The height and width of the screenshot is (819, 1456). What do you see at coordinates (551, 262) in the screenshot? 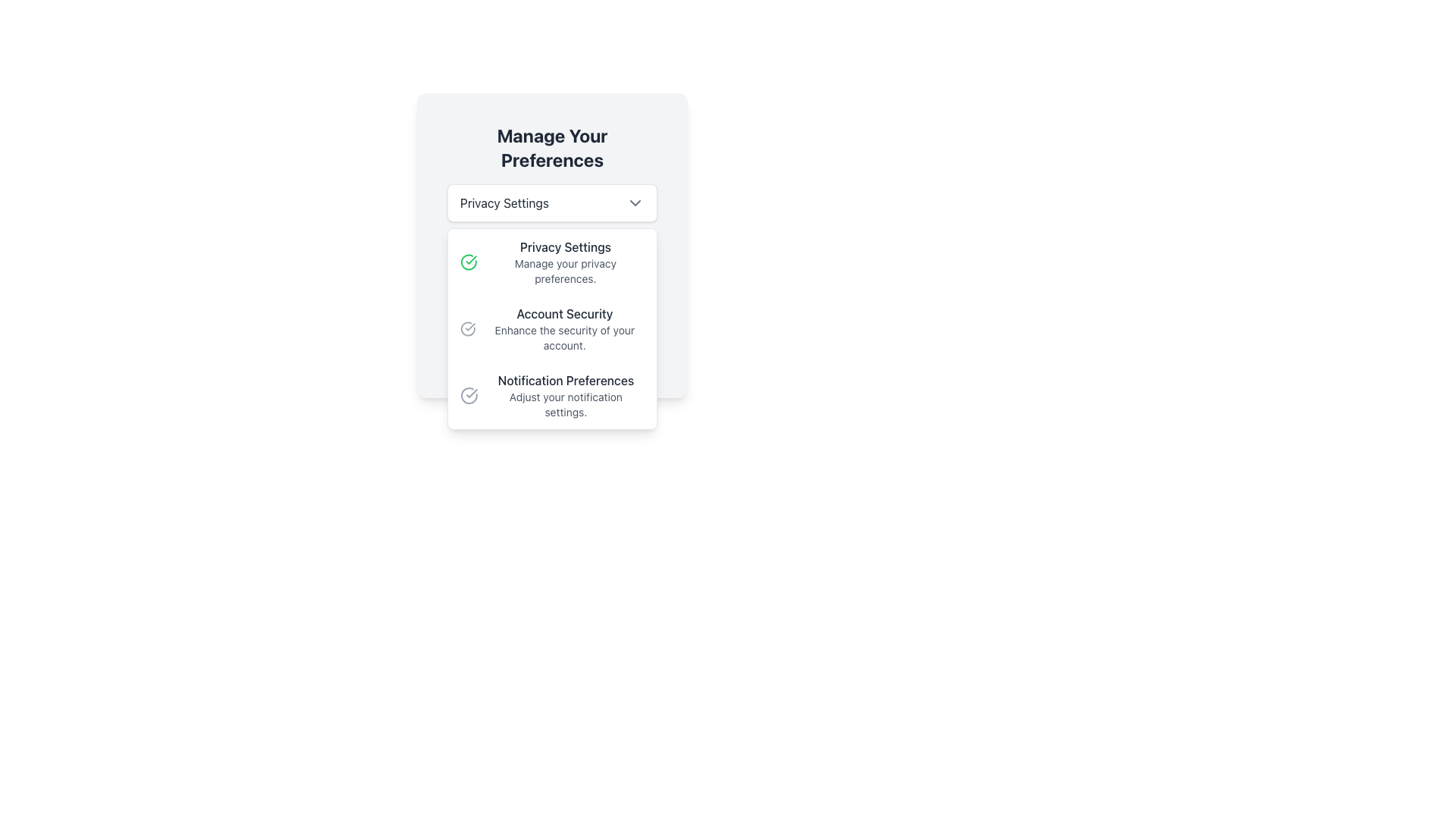
I see `interaction on the first list item titled 'Privacy Settings' which allows users to manage their privacy preferences` at bounding box center [551, 262].